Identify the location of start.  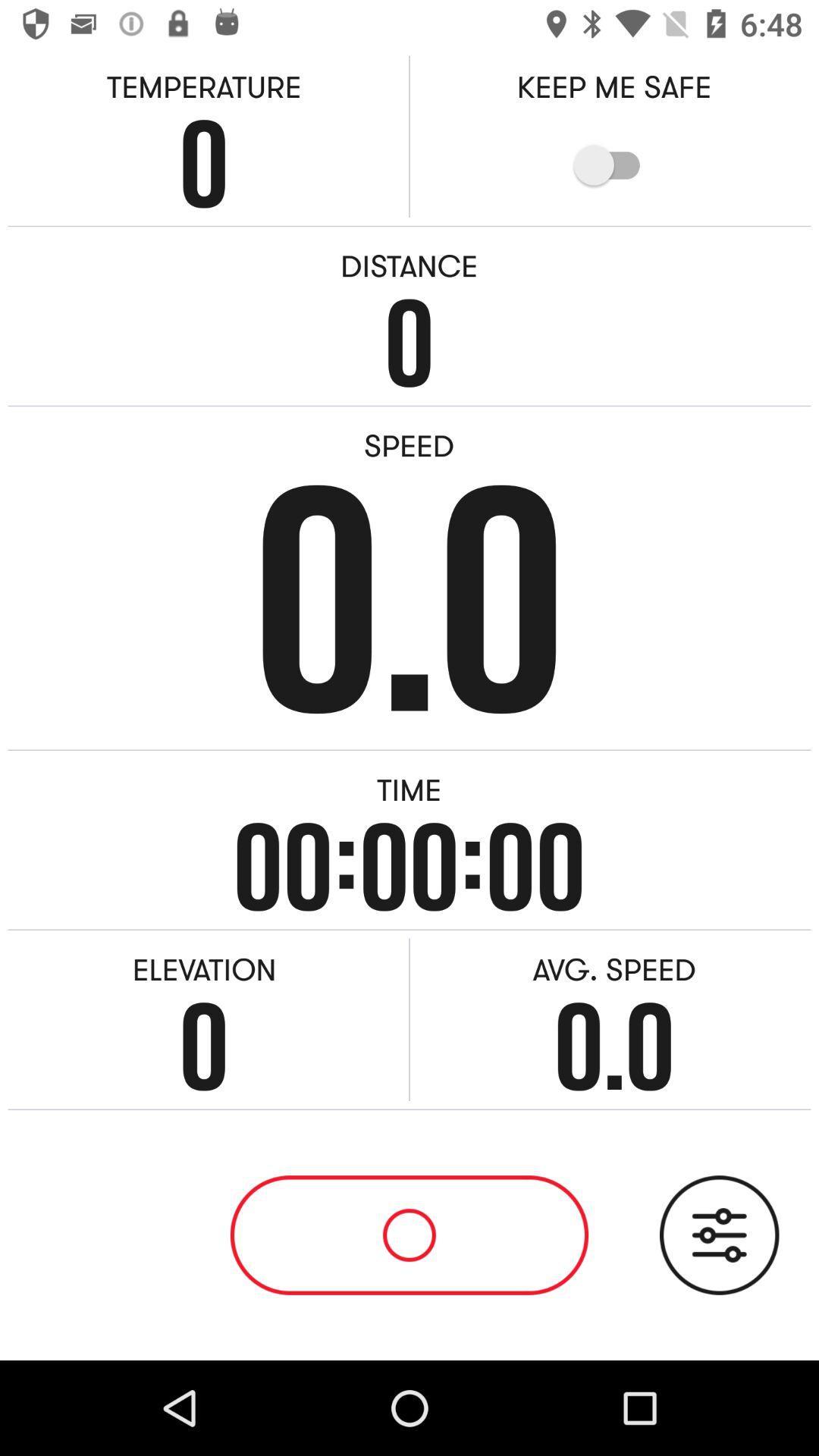
(409, 1235).